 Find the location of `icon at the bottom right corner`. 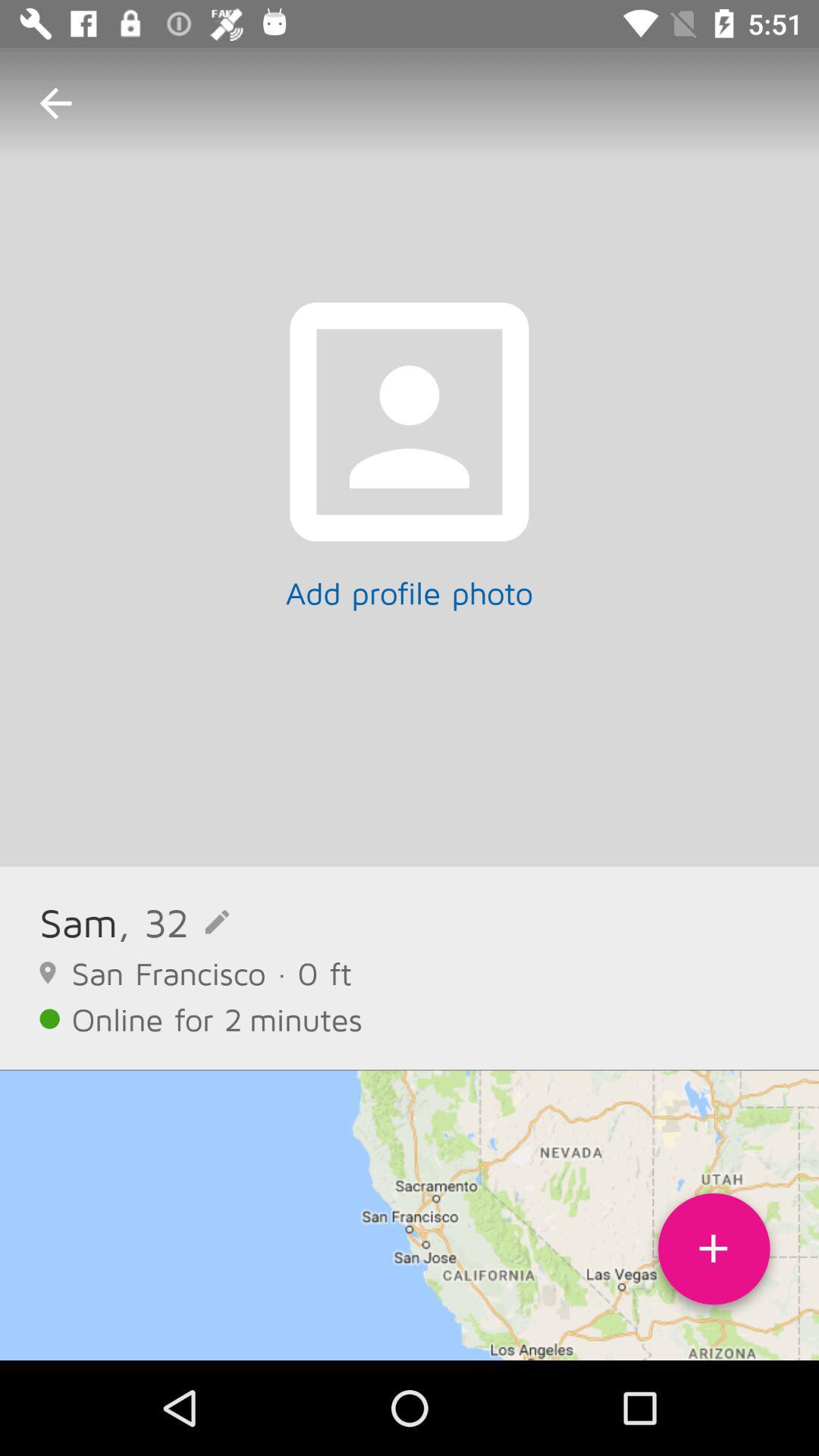

icon at the bottom right corner is located at coordinates (714, 1254).